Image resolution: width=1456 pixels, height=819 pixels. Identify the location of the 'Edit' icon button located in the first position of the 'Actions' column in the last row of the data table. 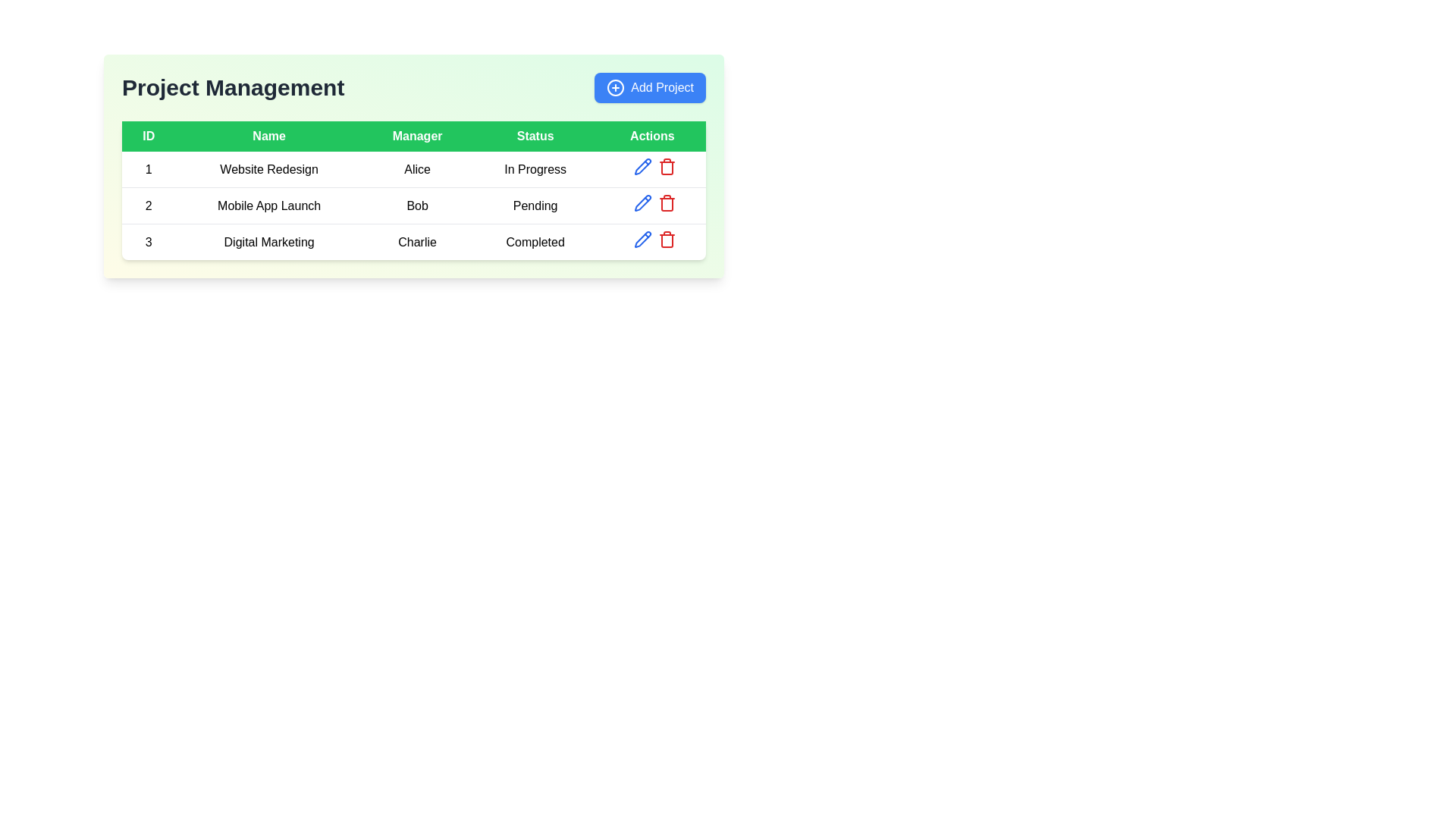
(643, 239).